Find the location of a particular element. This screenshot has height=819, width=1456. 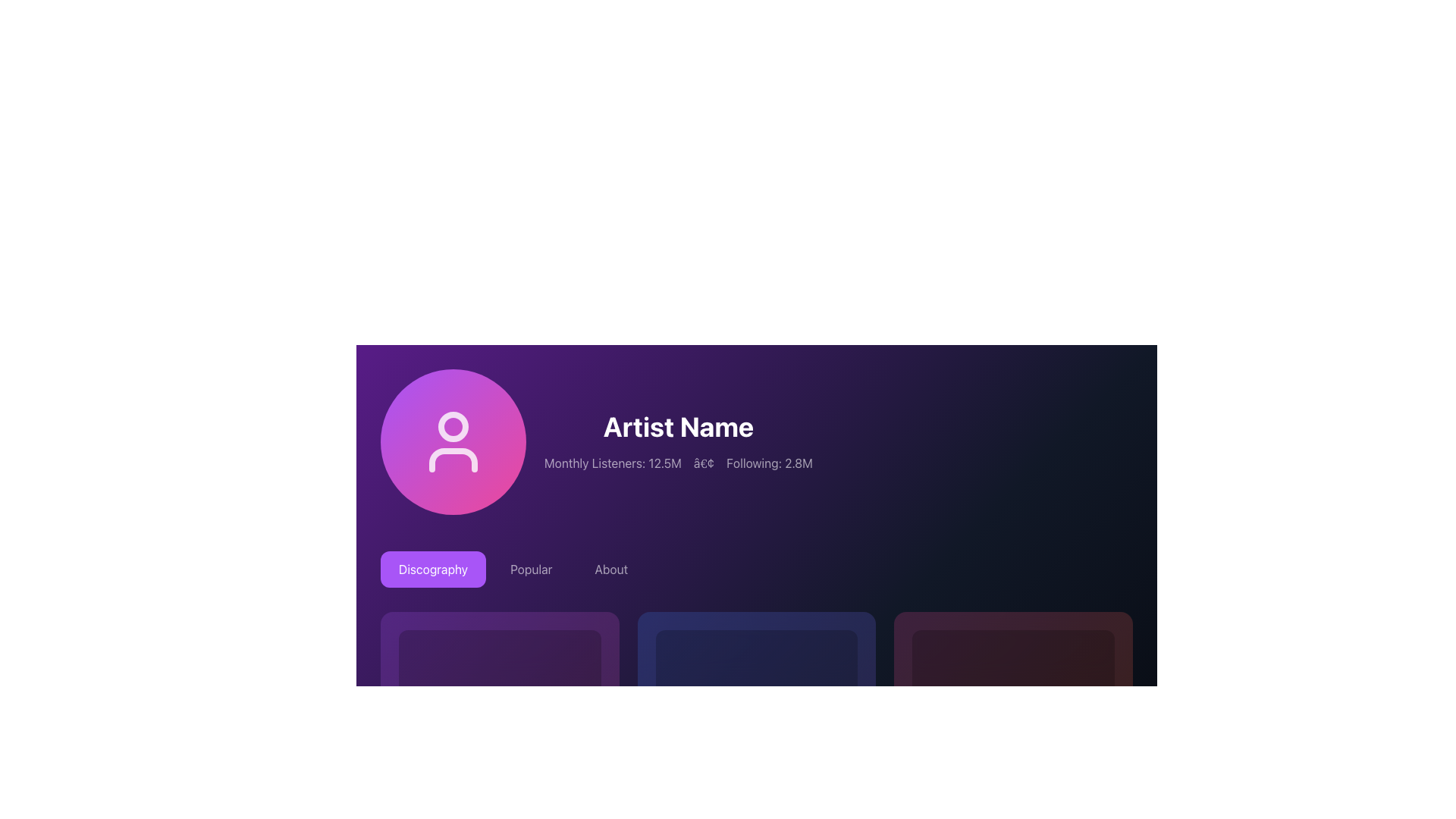

the profile icon located in the top-left portion of the main content area, which is a circular SVG icon with a gradient background transitioning from purple to pink is located at coordinates (453, 441).